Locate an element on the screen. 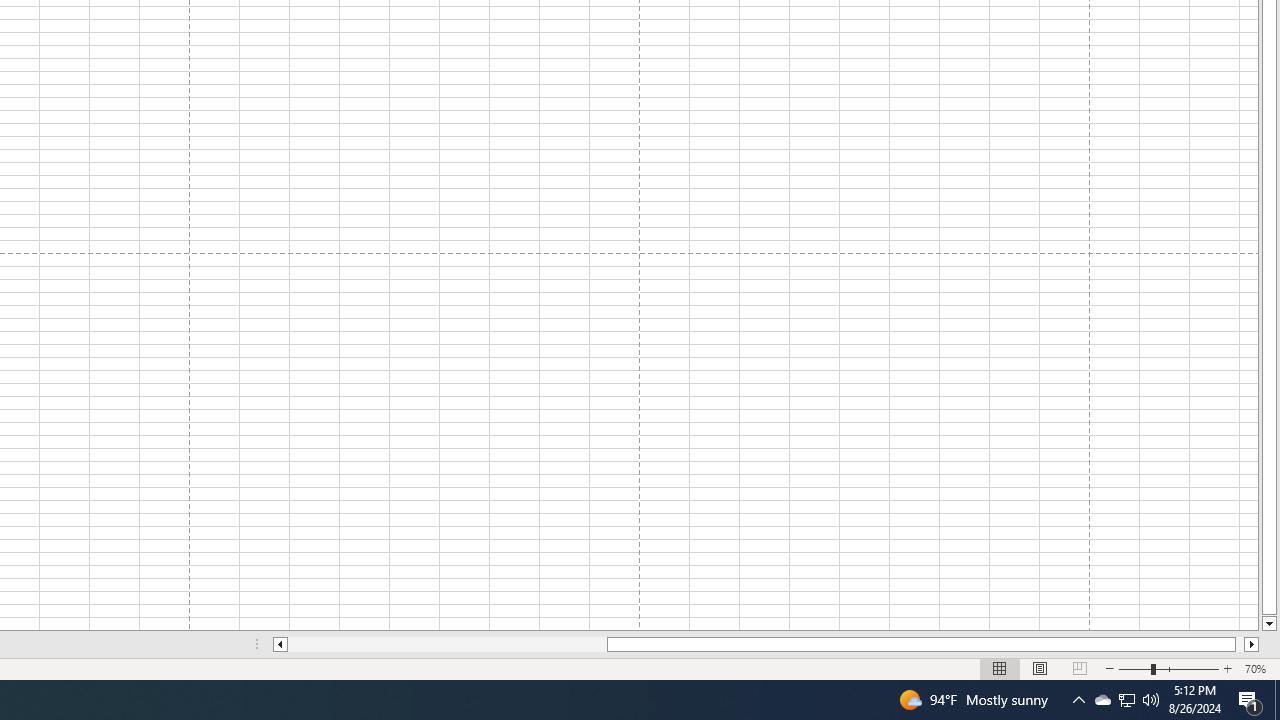  'Zoom In' is located at coordinates (1226, 669).